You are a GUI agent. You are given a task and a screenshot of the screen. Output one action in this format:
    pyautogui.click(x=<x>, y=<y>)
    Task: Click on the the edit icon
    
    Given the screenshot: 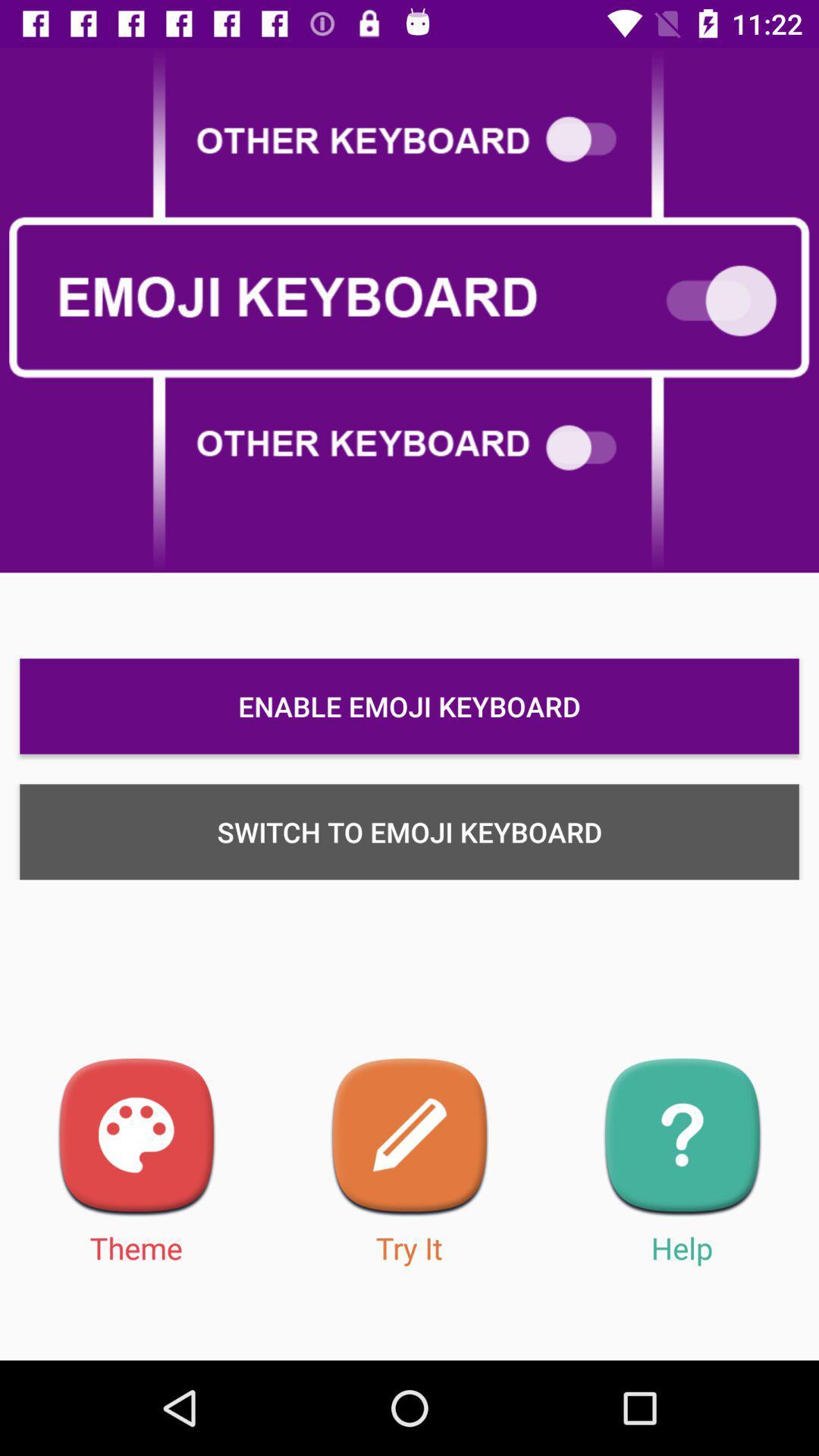 What is the action you would take?
    pyautogui.click(x=409, y=1137)
    